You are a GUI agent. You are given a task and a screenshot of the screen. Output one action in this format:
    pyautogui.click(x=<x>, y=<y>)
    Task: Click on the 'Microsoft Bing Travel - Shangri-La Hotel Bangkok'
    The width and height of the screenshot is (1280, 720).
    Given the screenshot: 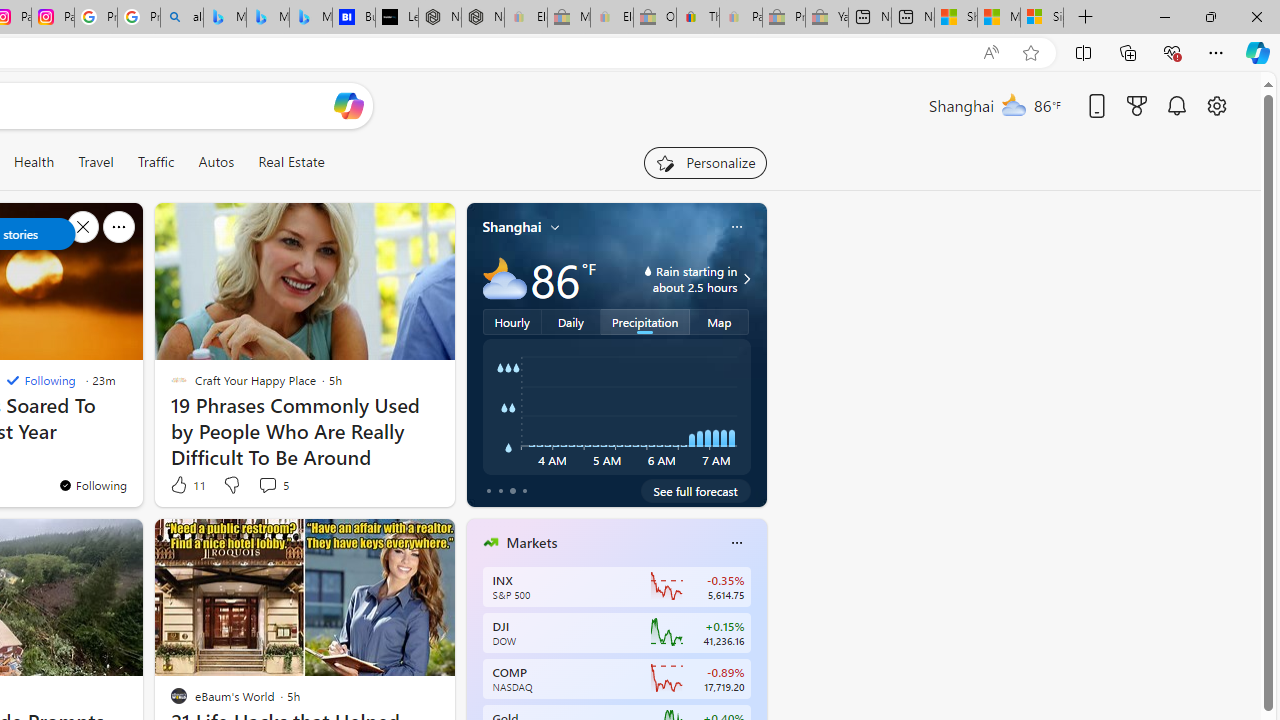 What is the action you would take?
    pyautogui.click(x=310, y=17)
    